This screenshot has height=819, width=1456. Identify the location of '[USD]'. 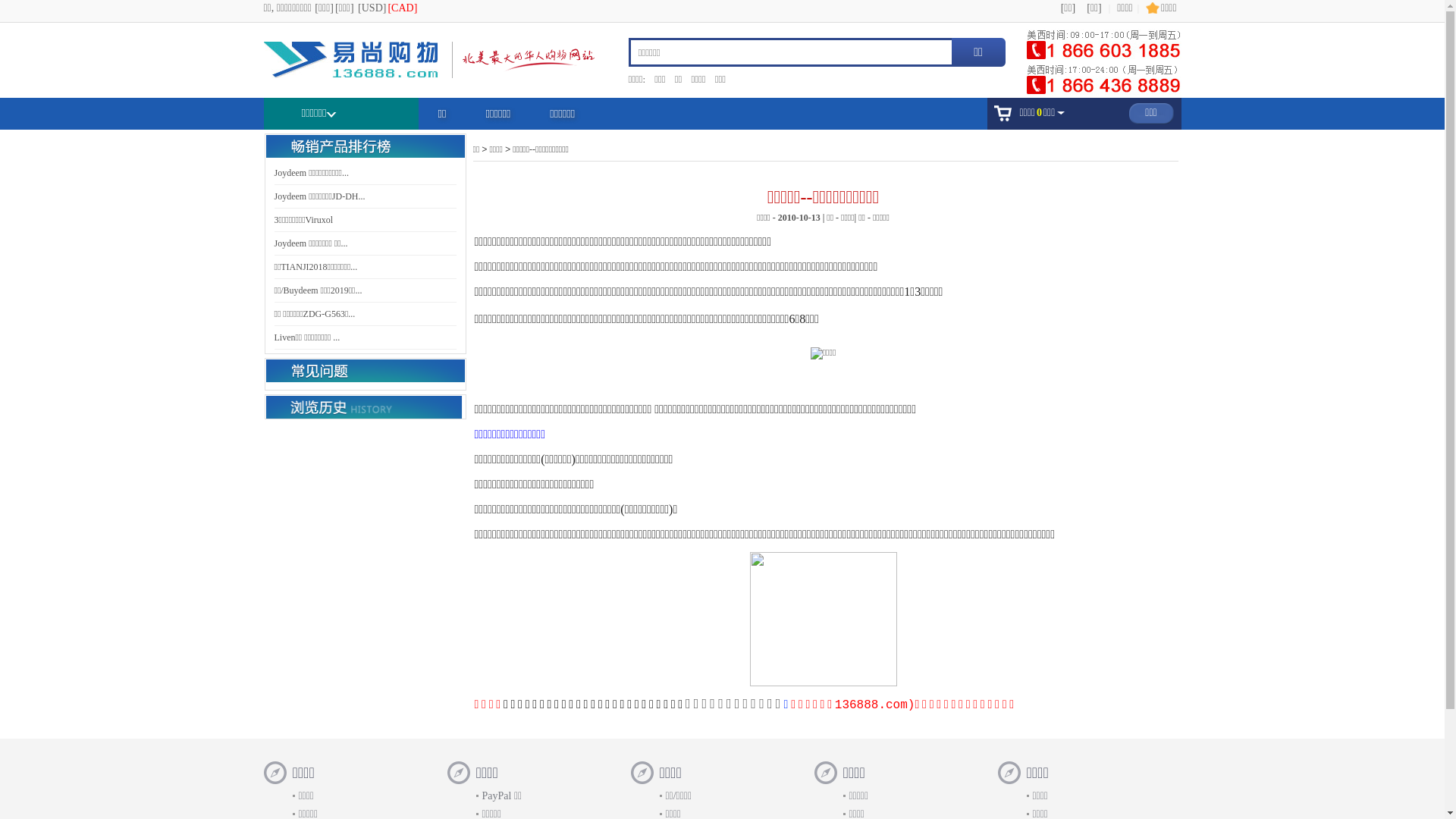
(356, 8).